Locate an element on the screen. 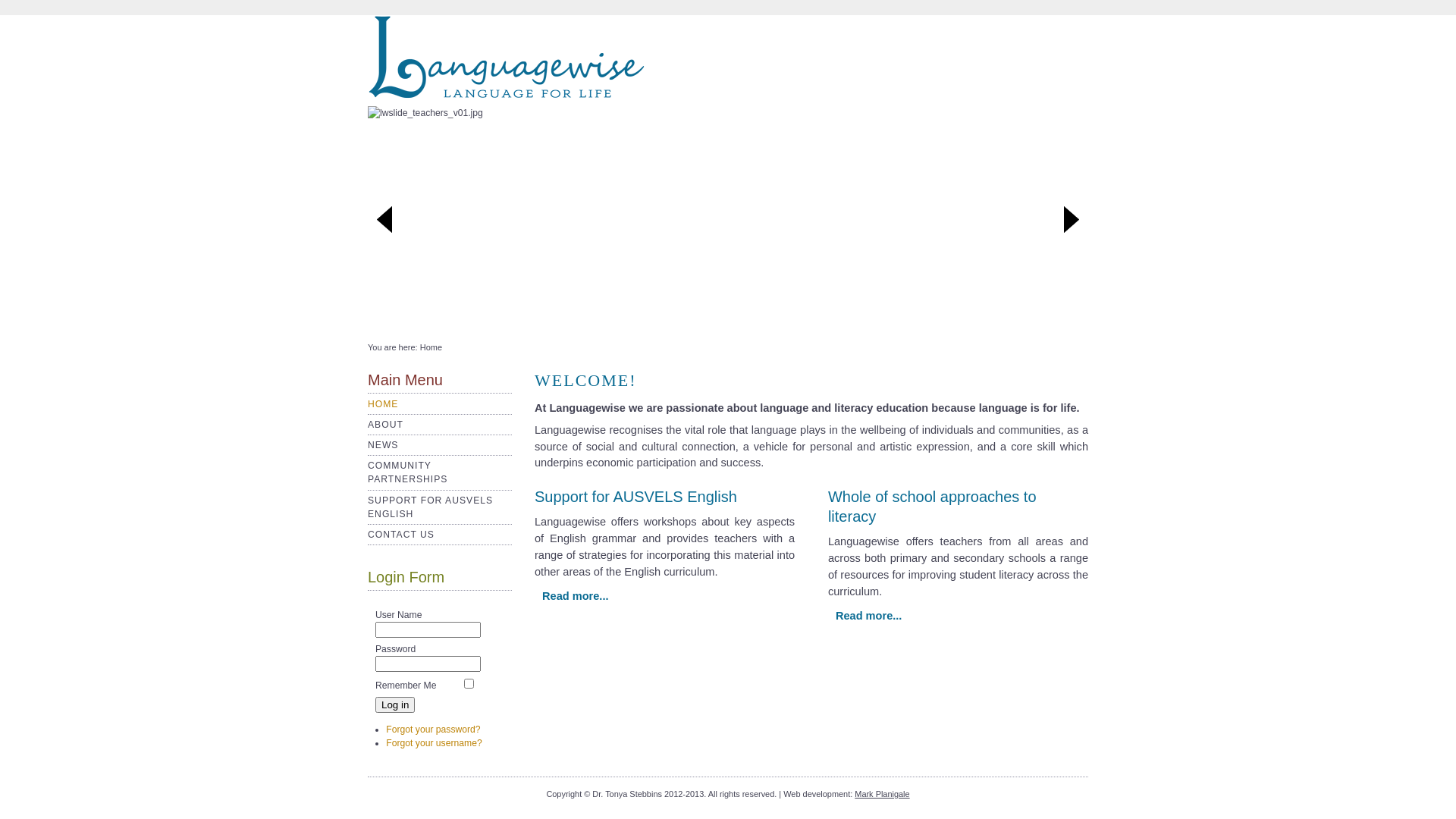 The height and width of the screenshot is (819, 1456). 'Forgot your password?' is located at coordinates (432, 728).